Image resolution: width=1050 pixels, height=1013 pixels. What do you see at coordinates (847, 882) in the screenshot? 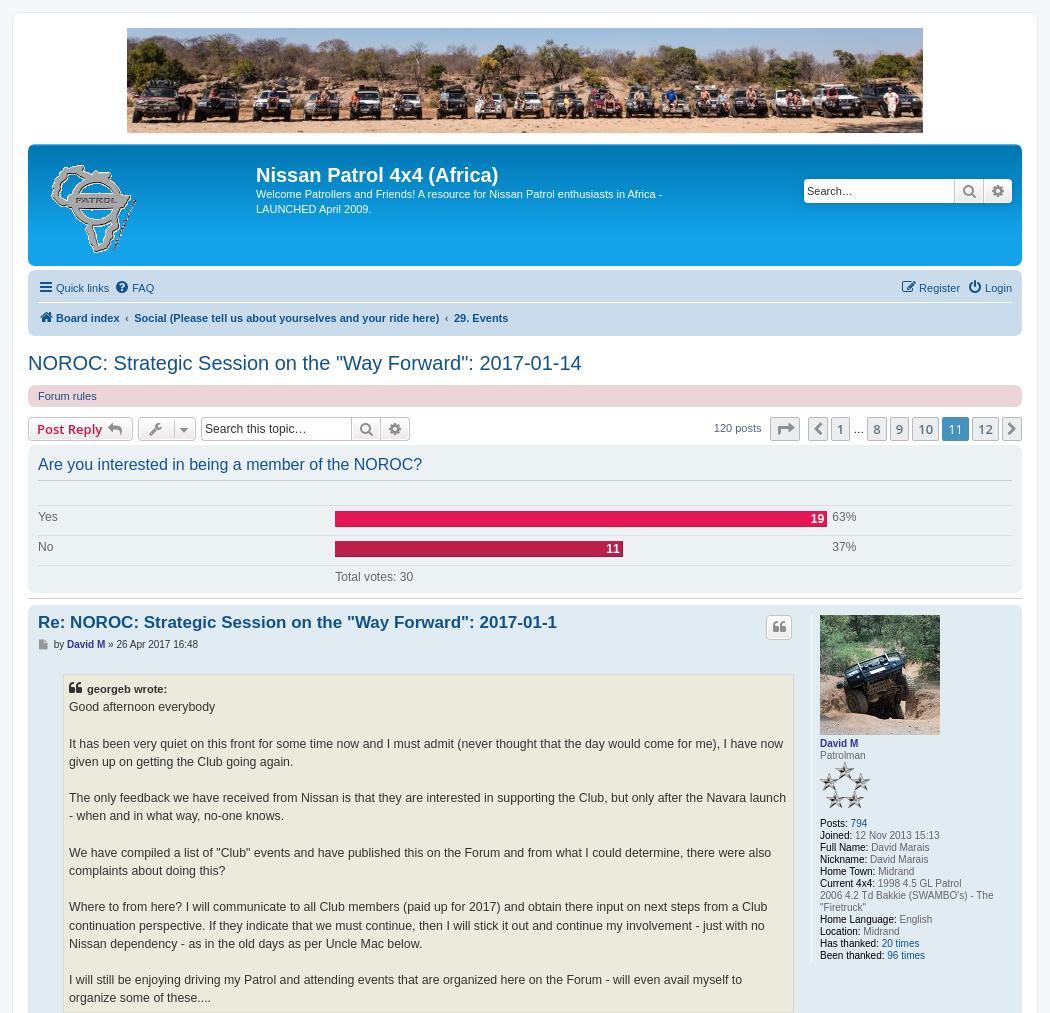
I see `'Current 4x4:'` at bounding box center [847, 882].